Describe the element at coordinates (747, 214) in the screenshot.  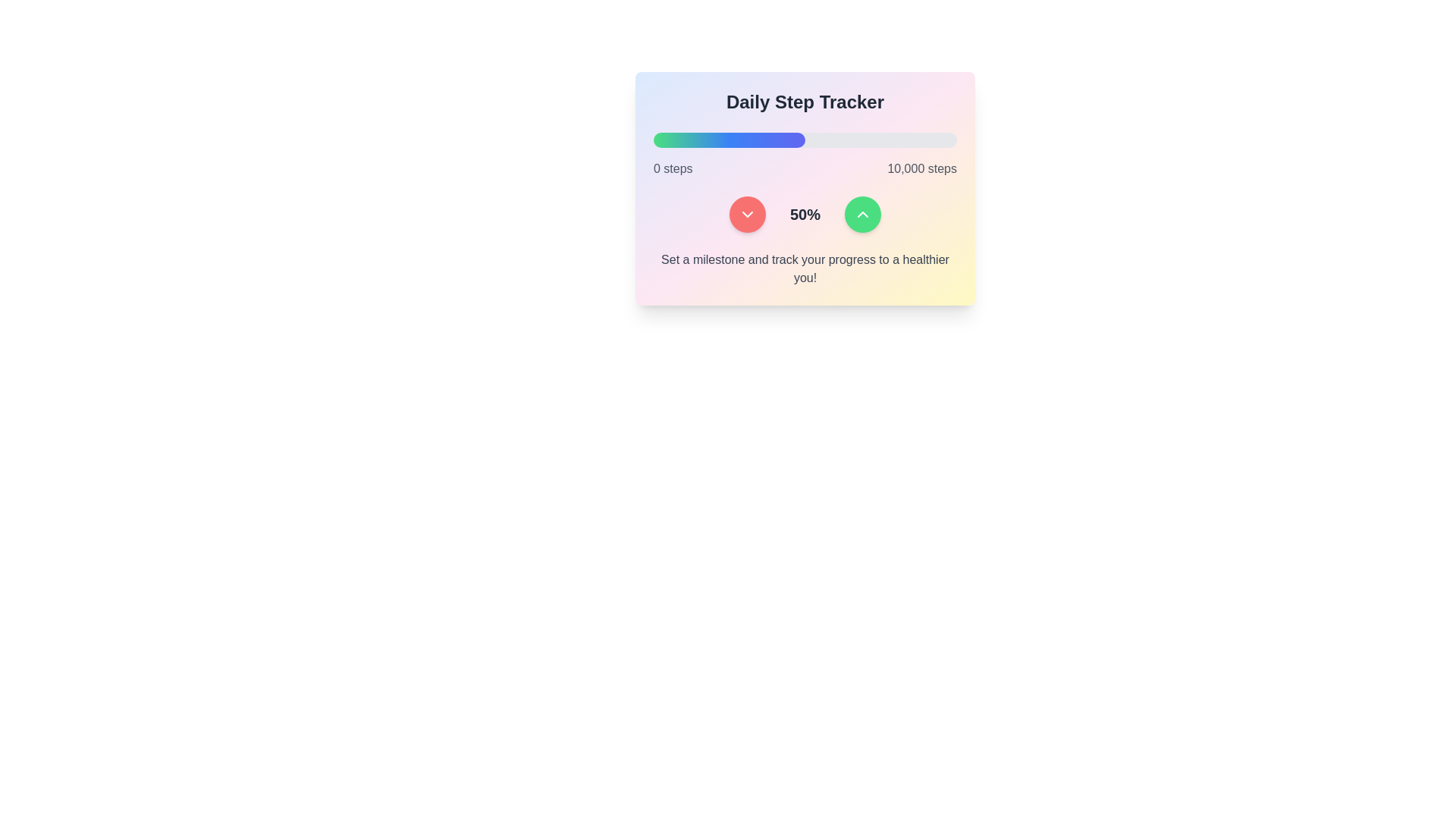
I see `the downward-pointing chevron icon in the red circular button below the progress bar in the 'Daily Step Tracker' component` at that location.